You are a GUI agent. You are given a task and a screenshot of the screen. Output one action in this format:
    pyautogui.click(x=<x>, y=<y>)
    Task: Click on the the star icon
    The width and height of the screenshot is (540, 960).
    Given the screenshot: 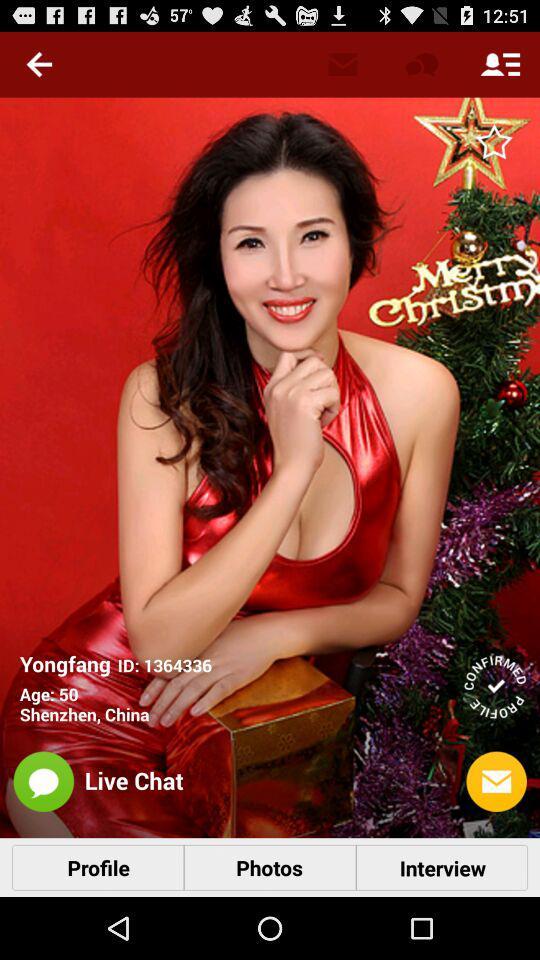 What is the action you would take?
    pyautogui.click(x=493, y=150)
    